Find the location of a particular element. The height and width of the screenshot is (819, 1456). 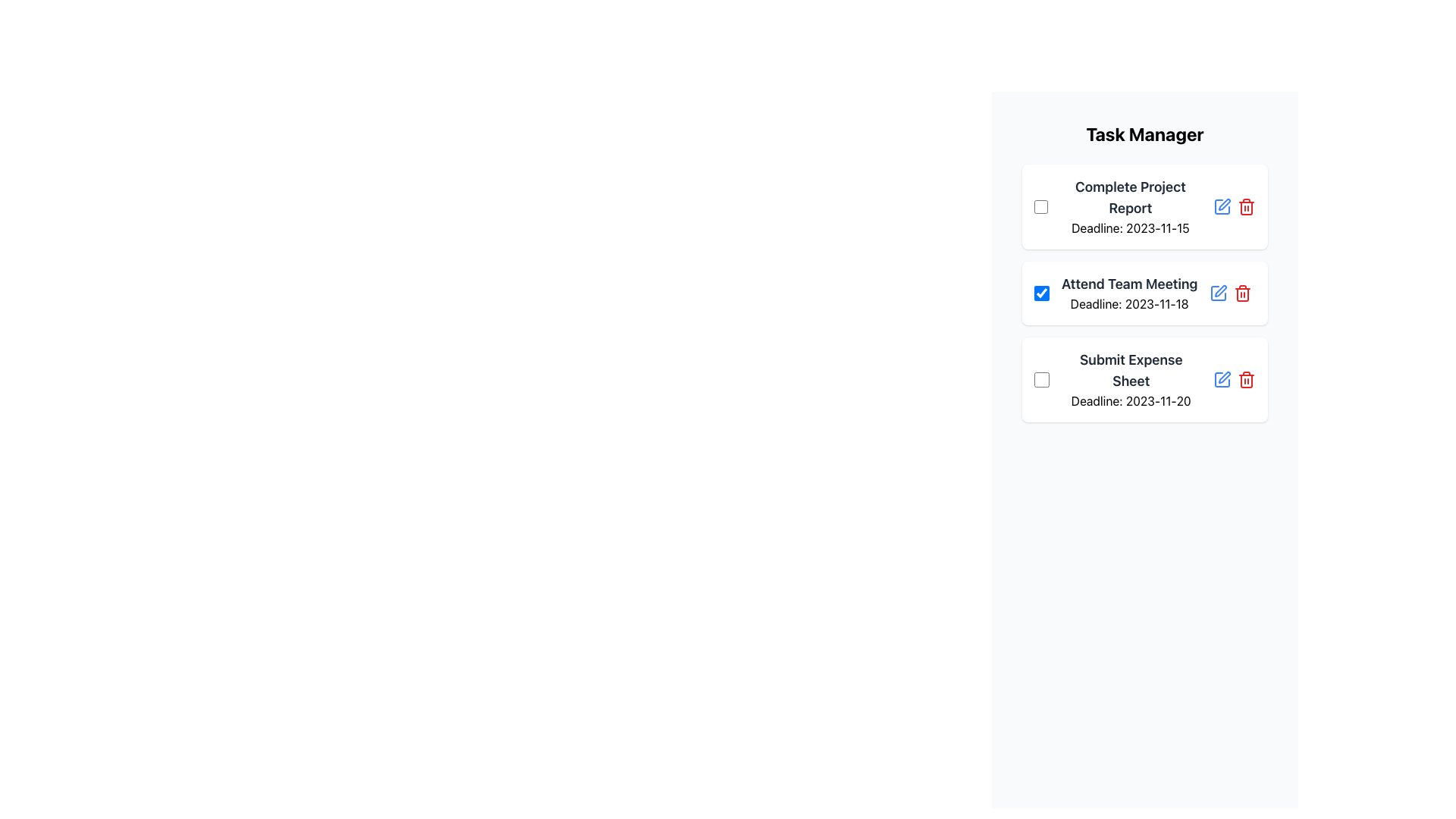

the trash can icon located to the right of the 'Complete Project Report' task is located at coordinates (1234, 207).